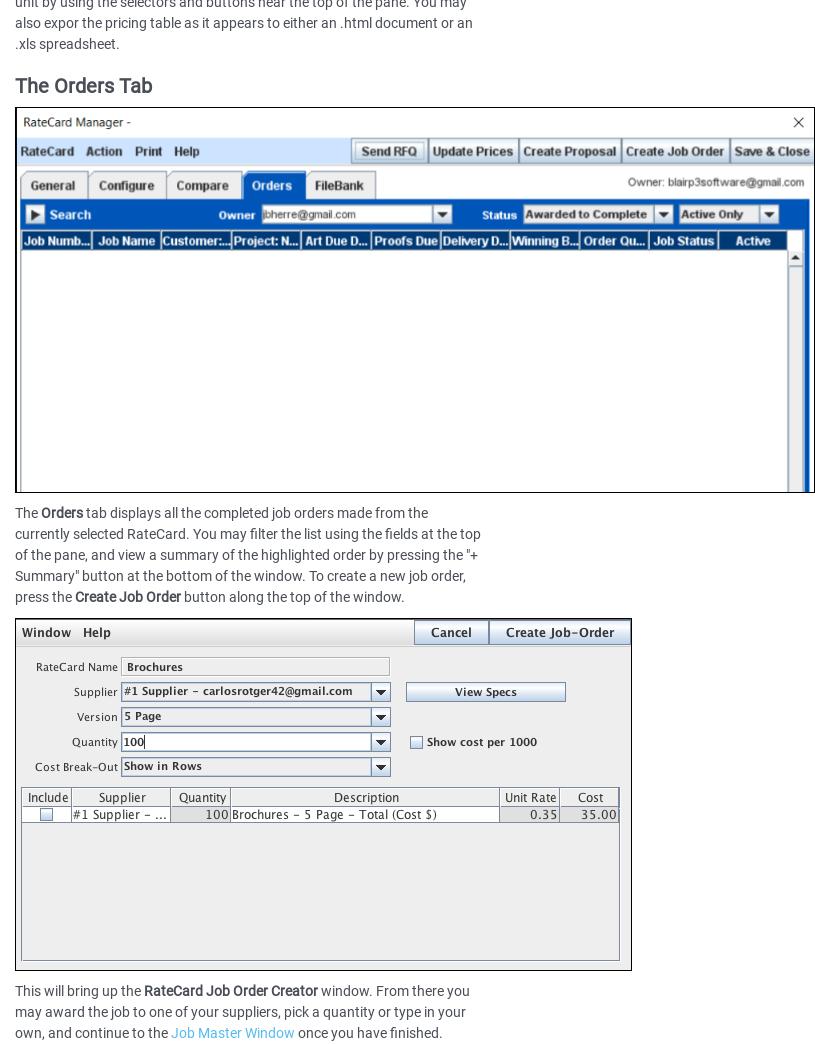 This screenshot has height=1044, width=815. Describe the element at coordinates (78, 990) in the screenshot. I see `'This will bring up the'` at that location.